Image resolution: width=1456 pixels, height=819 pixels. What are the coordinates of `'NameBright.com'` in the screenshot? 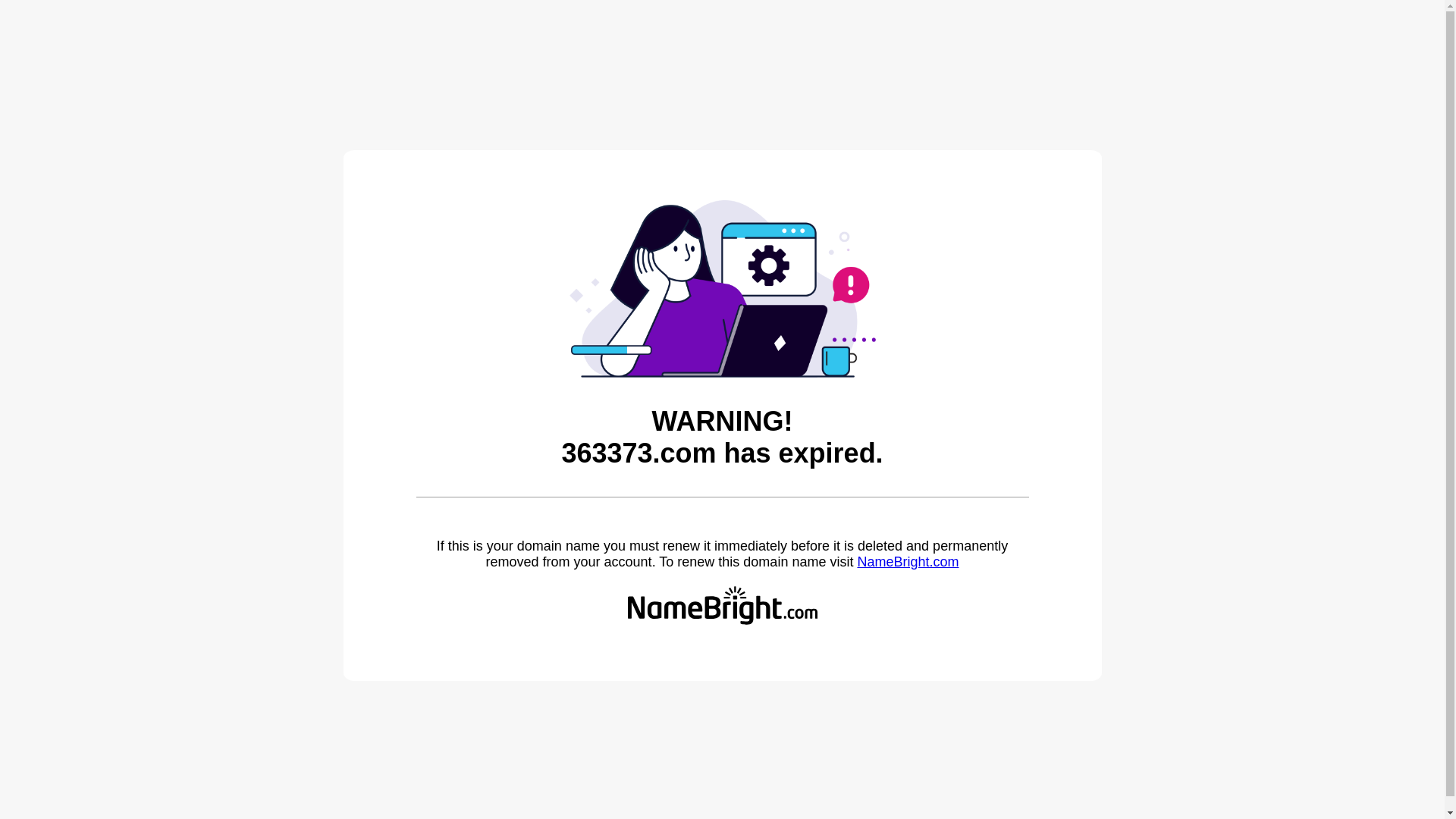 It's located at (907, 561).